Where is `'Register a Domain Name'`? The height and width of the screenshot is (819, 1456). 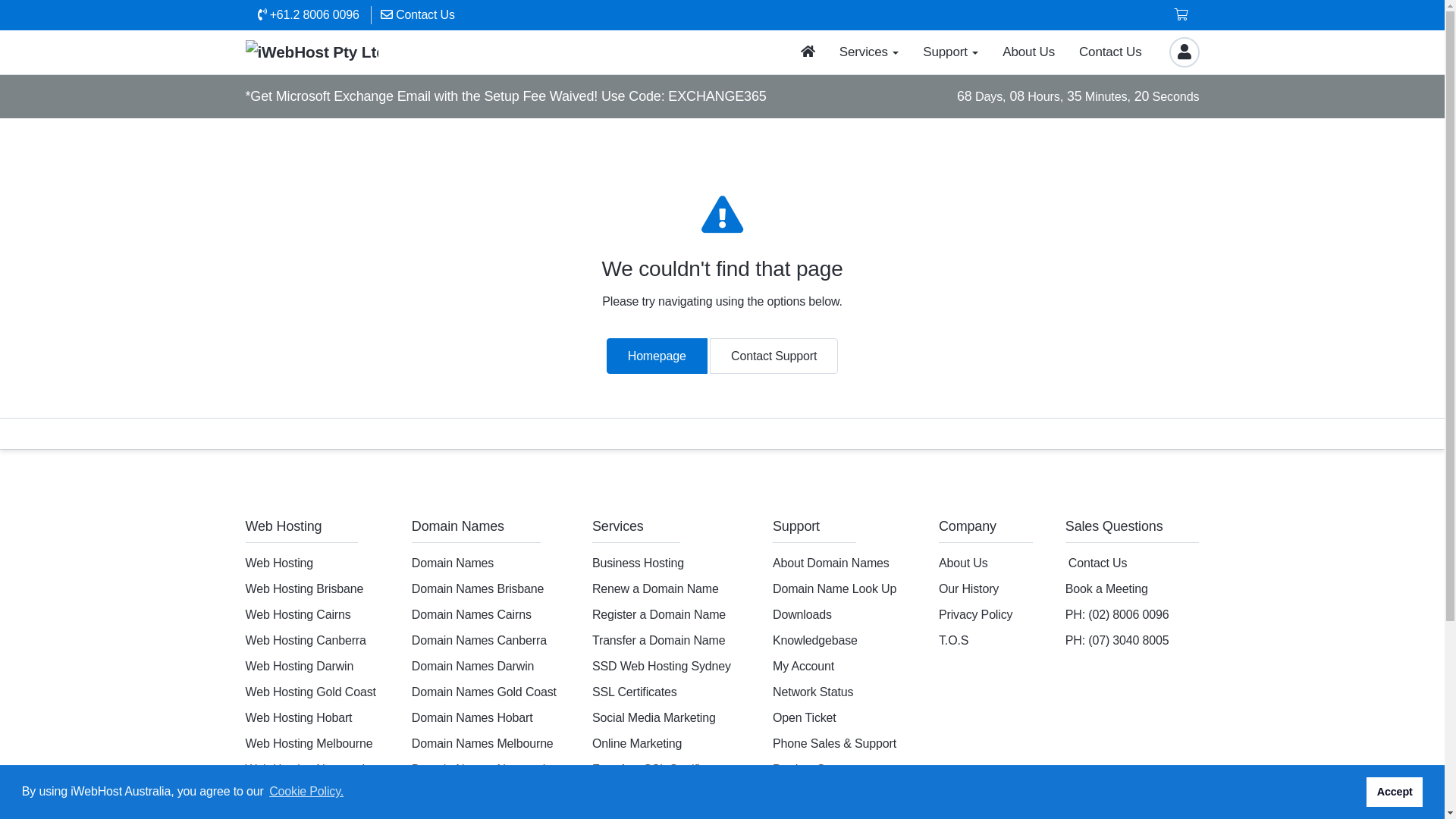
'Register a Domain Name' is located at coordinates (658, 614).